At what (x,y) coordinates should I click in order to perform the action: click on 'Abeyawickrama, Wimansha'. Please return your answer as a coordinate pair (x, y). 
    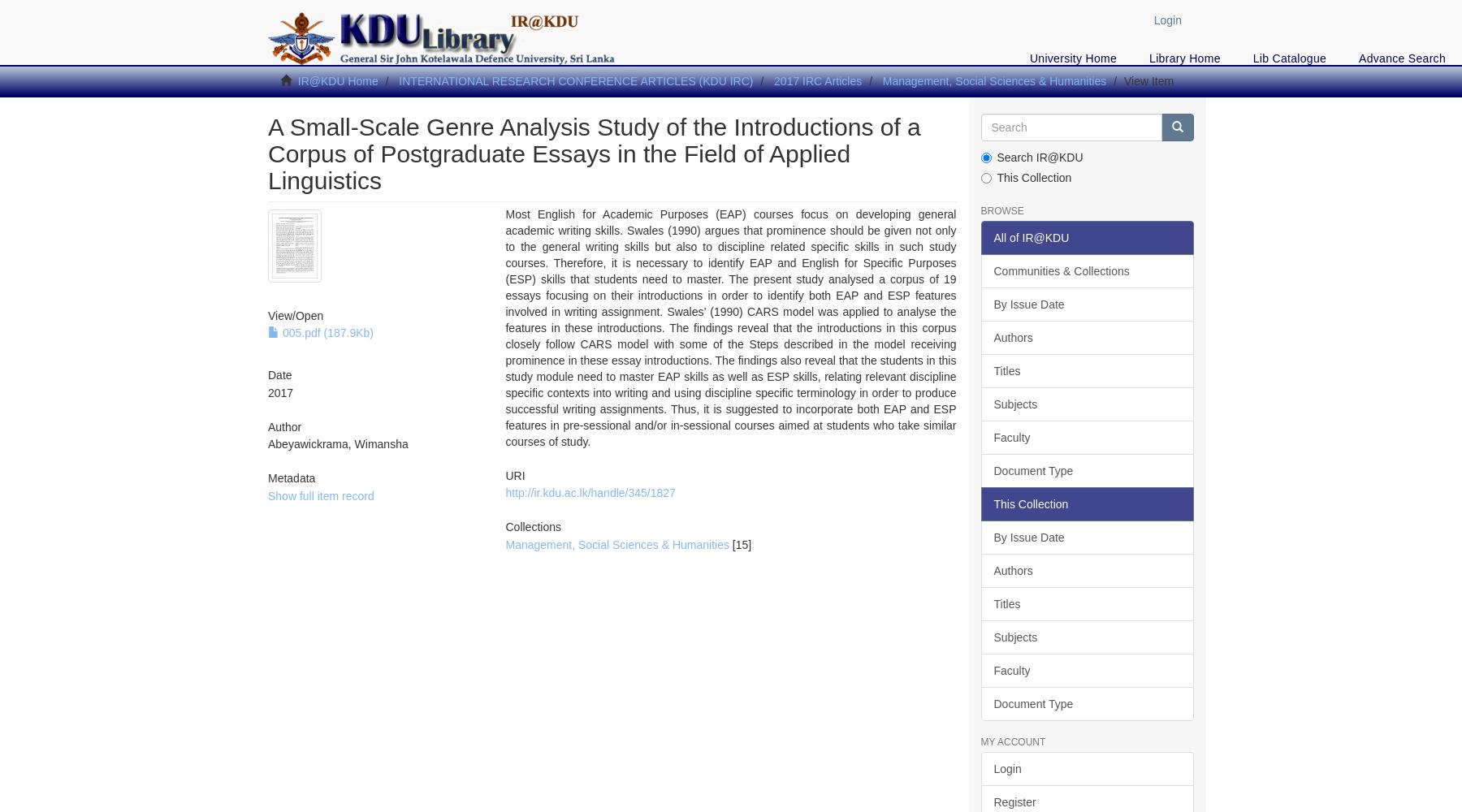
    Looking at the image, I should click on (337, 444).